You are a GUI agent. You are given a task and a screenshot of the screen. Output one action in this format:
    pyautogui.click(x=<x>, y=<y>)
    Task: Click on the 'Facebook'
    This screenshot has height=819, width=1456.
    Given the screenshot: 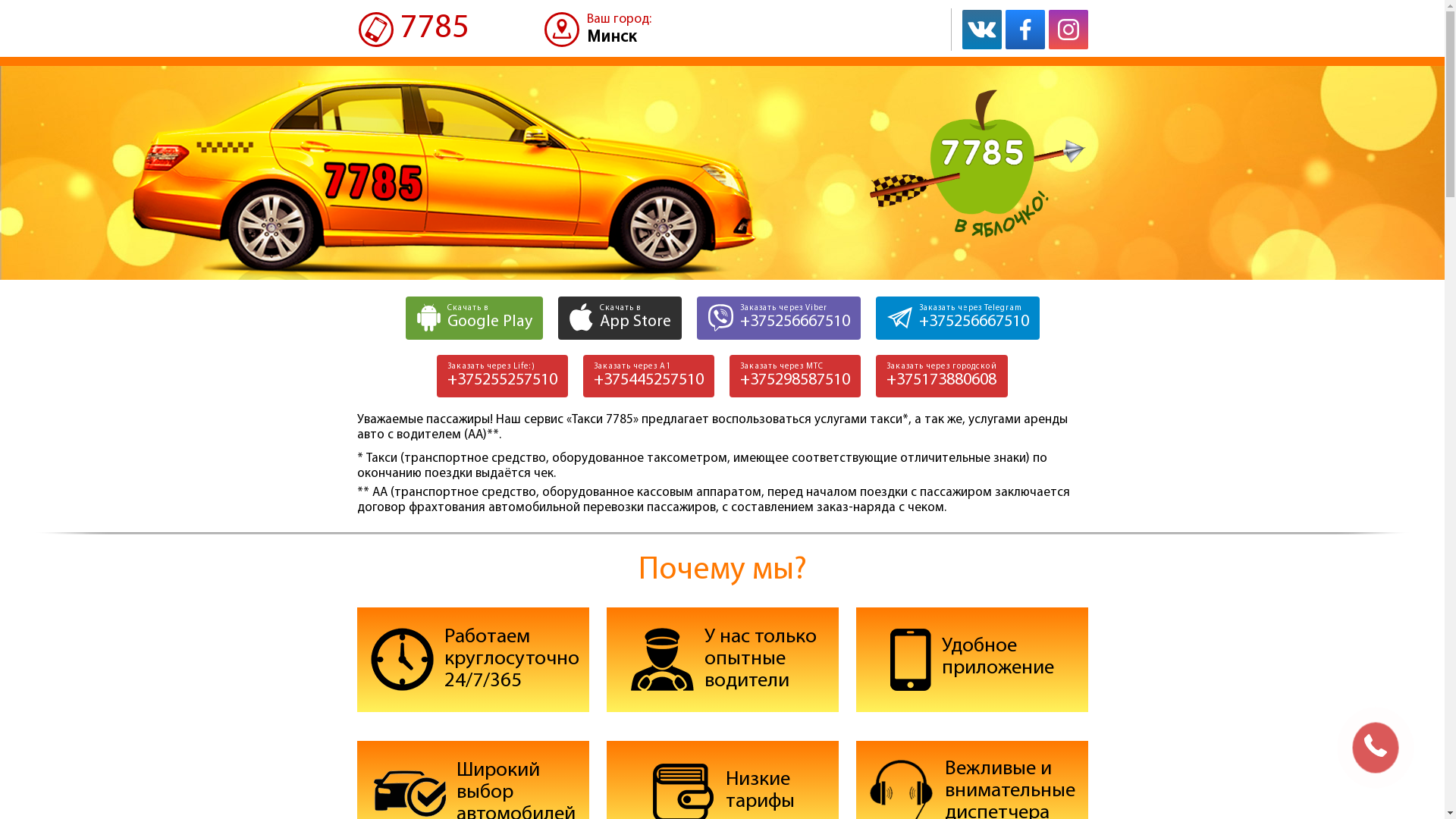 What is the action you would take?
    pyautogui.click(x=1025, y=29)
    